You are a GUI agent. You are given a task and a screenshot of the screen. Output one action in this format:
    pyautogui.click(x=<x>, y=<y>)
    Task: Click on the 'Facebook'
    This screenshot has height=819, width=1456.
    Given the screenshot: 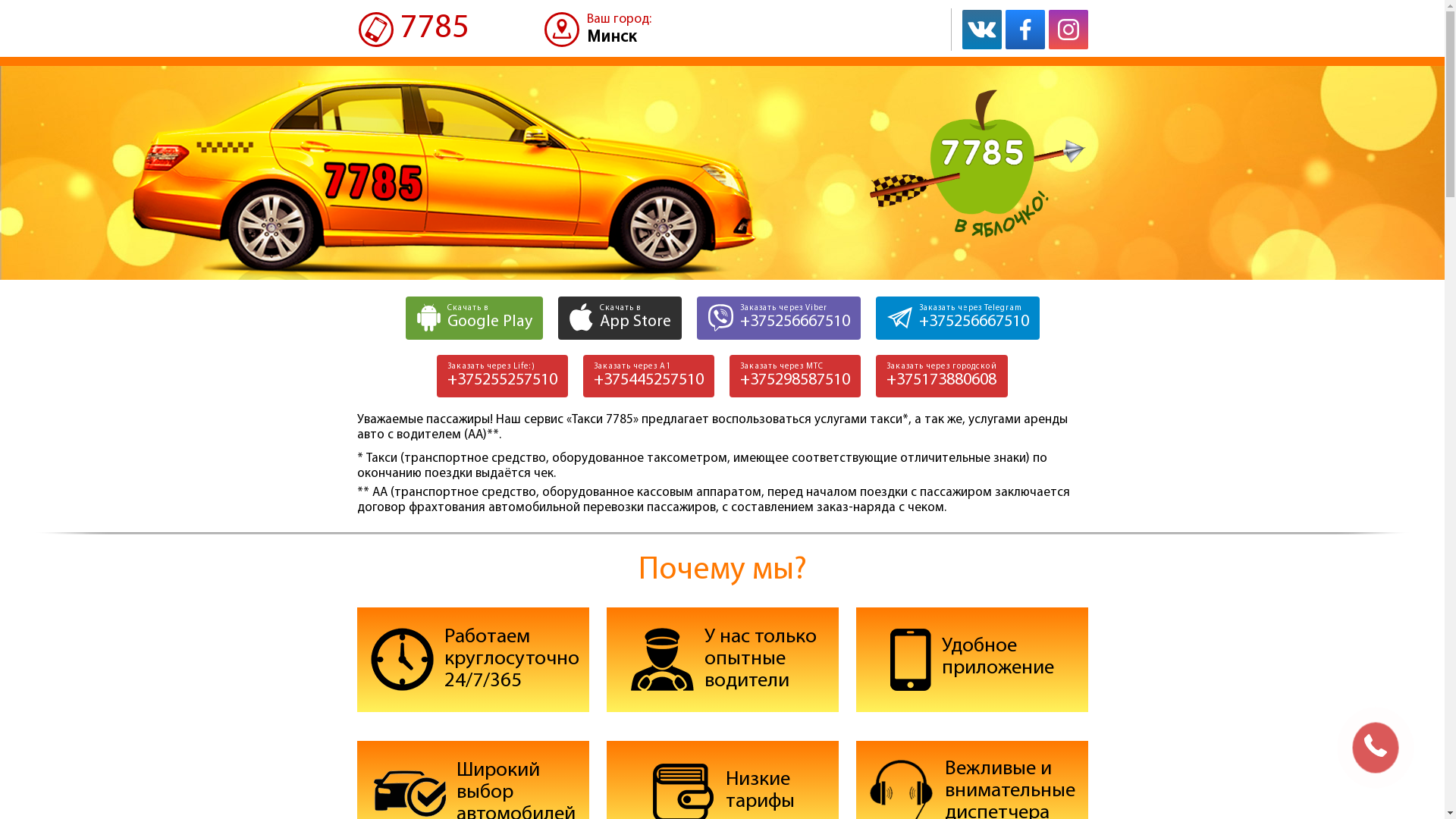 What is the action you would take?
    pyautogui.click(x=1025, y=29)
    